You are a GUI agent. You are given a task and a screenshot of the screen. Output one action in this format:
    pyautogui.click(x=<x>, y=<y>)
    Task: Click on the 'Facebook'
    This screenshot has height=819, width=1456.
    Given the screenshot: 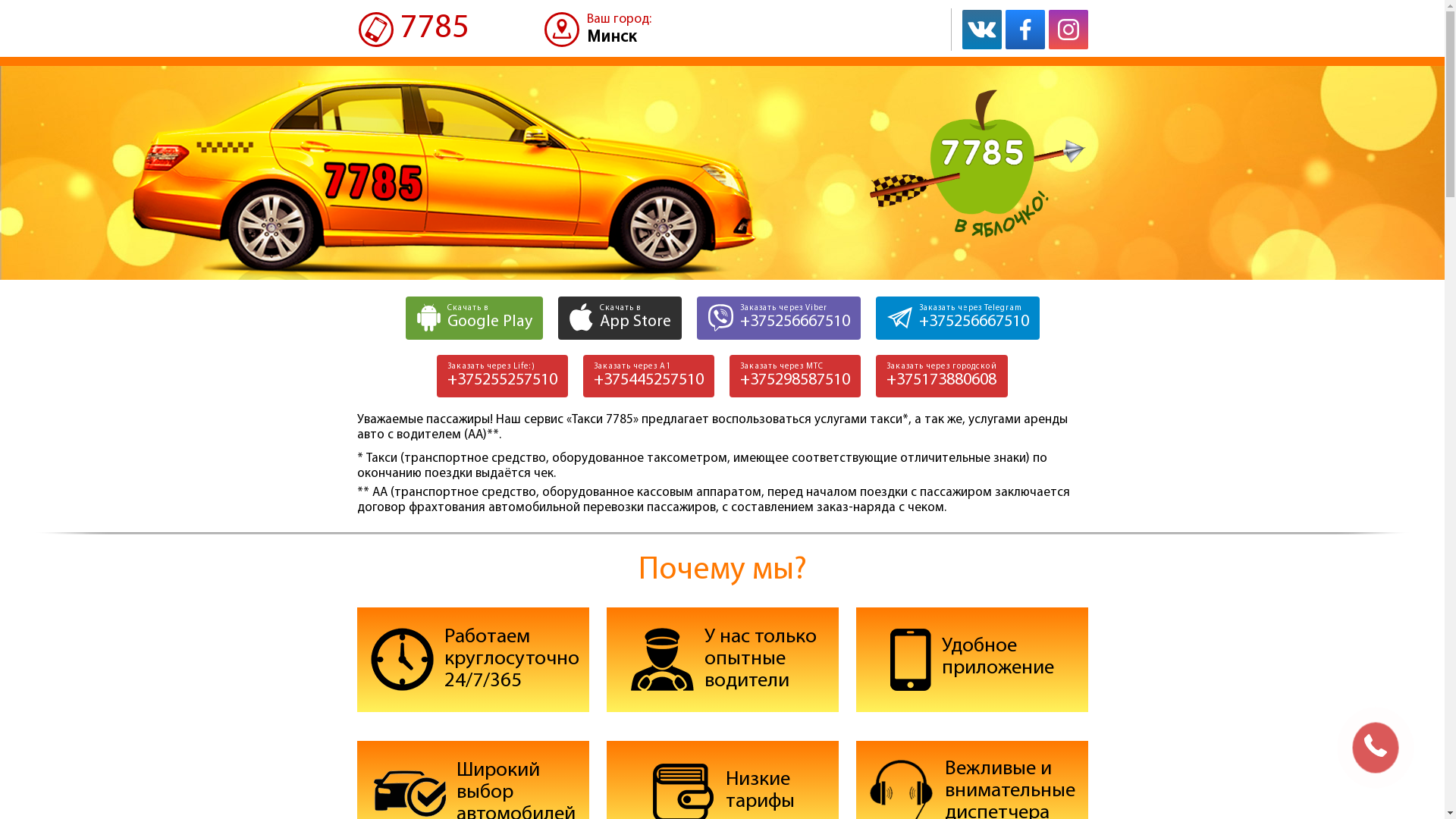 What is the action you would take?
    pyautogui.click(x=1025, y=29)
    